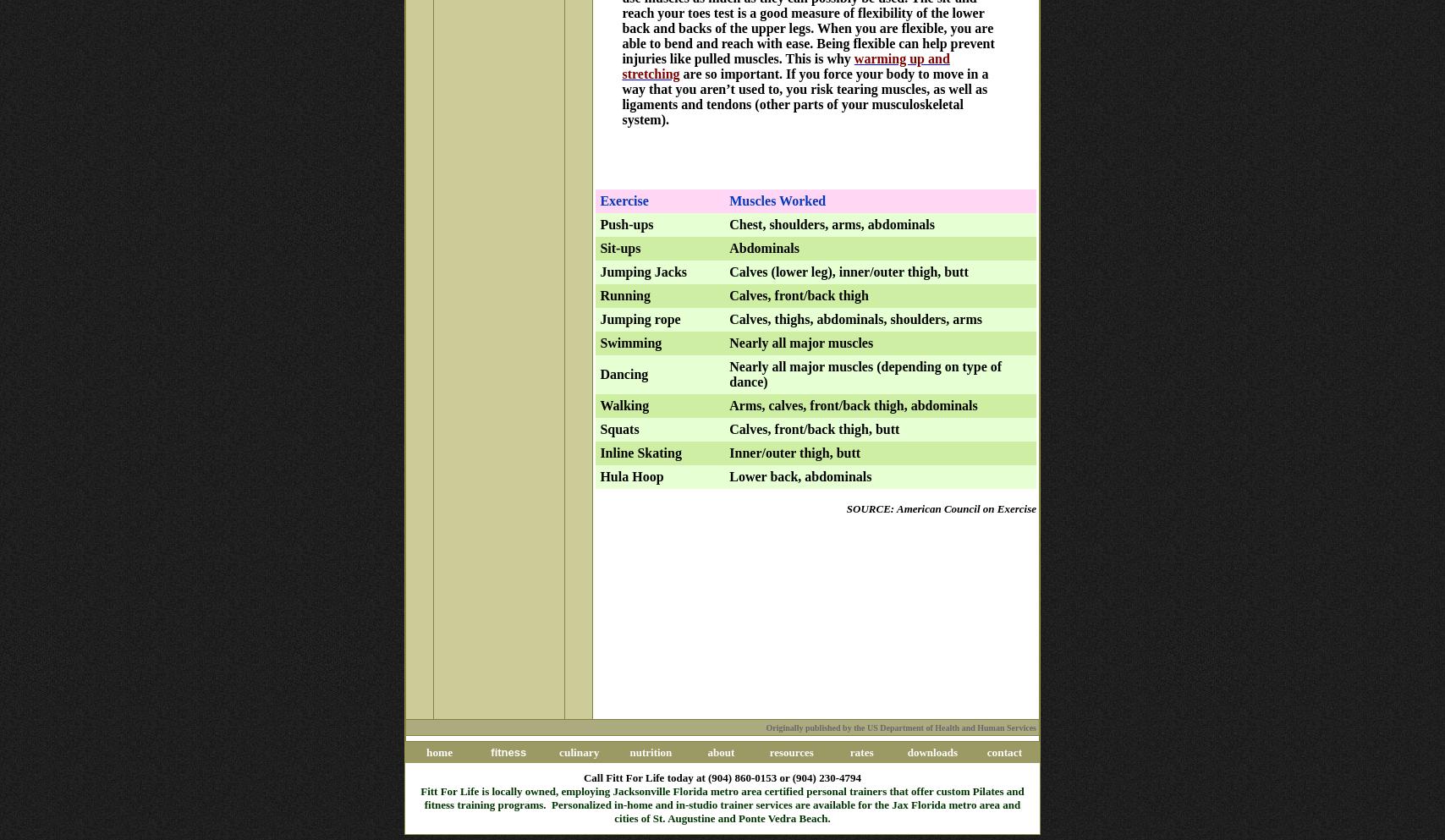 The height and width of the screenshot is (840, 1445). Describe the element at coordinates (794, 452) in the screenshot. I see `'Inner/outer thigh, butt'` at that location.